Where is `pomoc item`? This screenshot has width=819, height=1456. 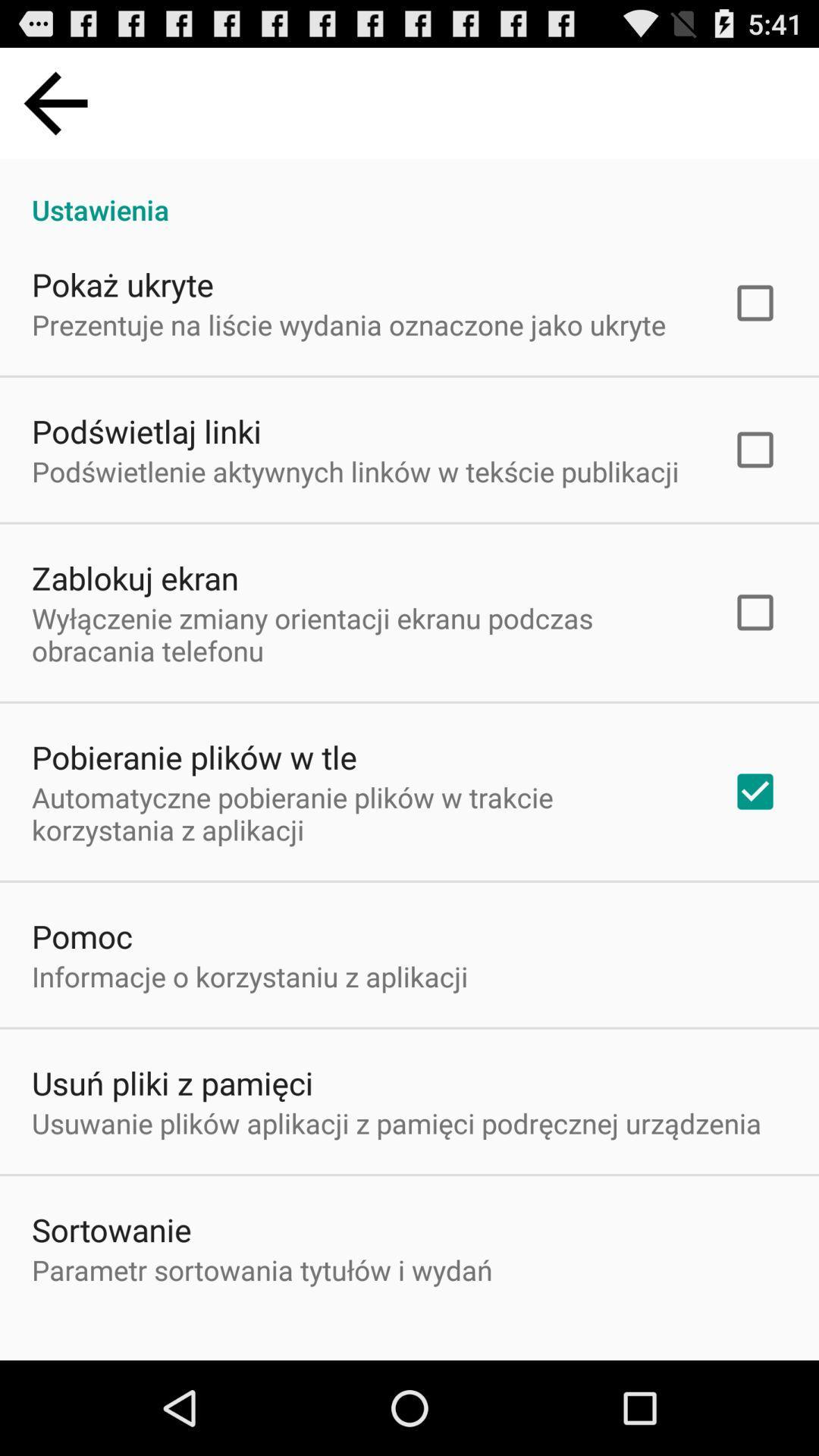 pomoc item is located at coordinates (82, 935).